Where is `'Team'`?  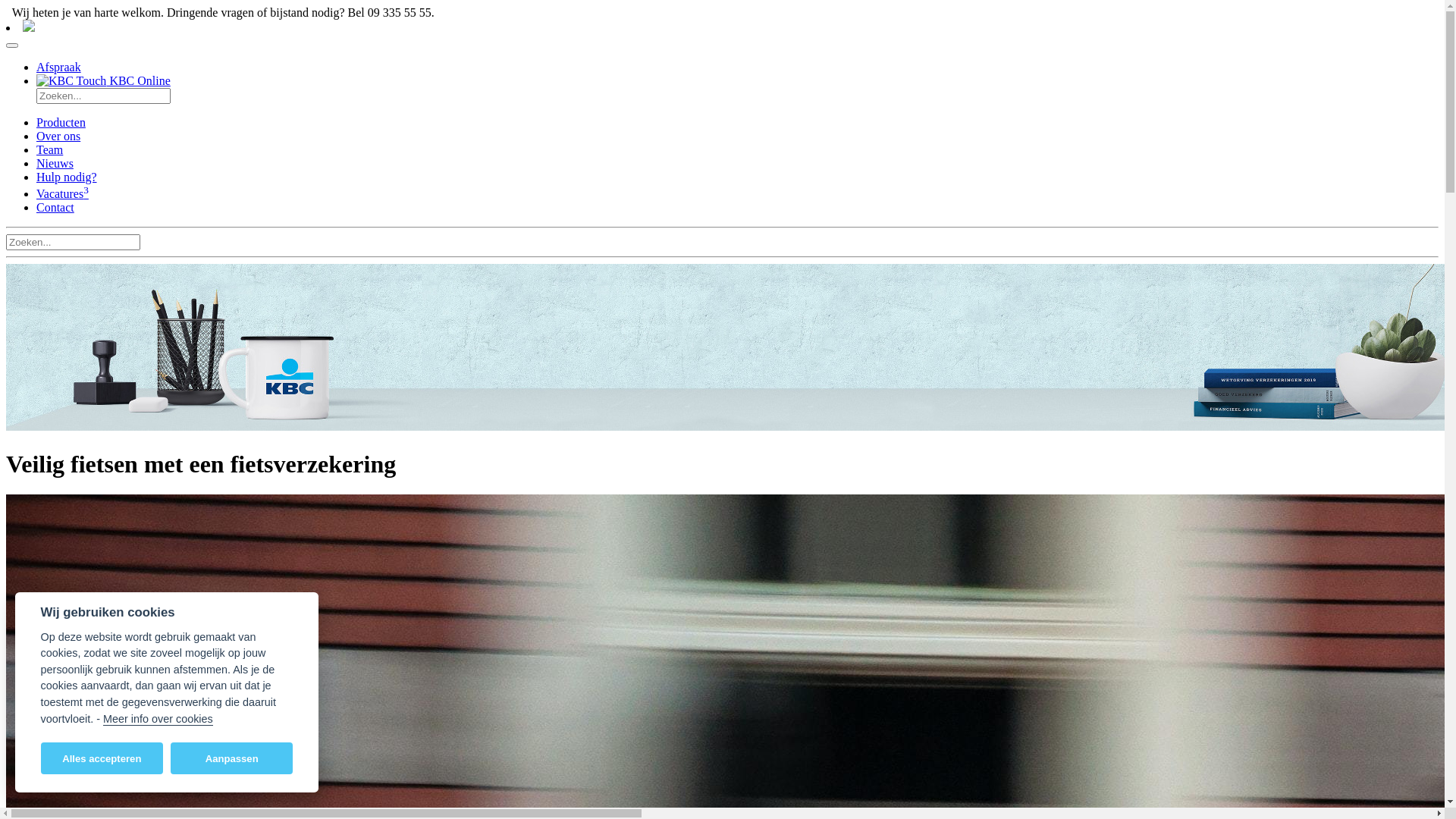 'Team' is located at coordinates (49, 149).